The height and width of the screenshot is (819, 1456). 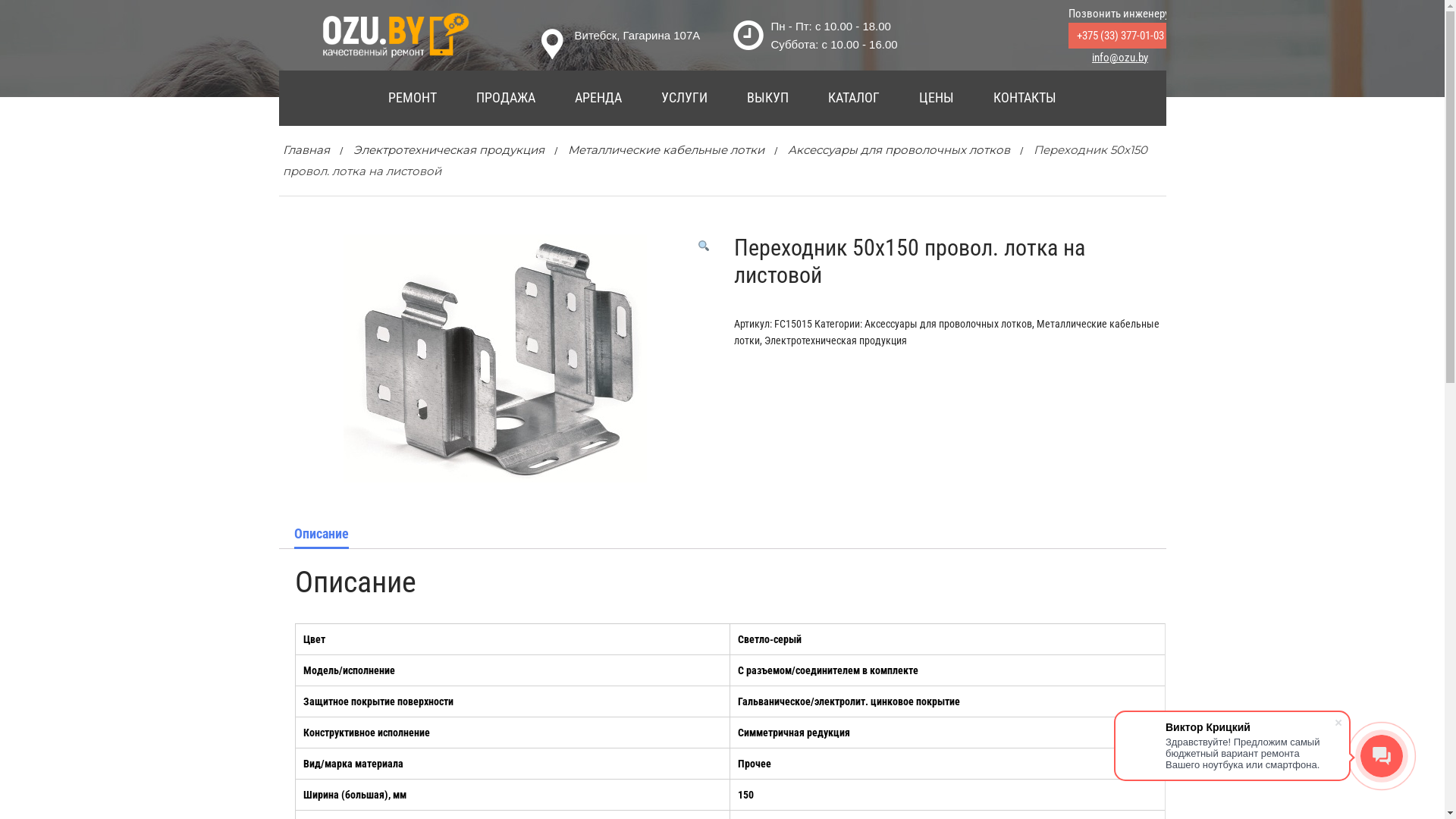 I want to click on 'info@ozu.by', so click(x=1120, y=57).